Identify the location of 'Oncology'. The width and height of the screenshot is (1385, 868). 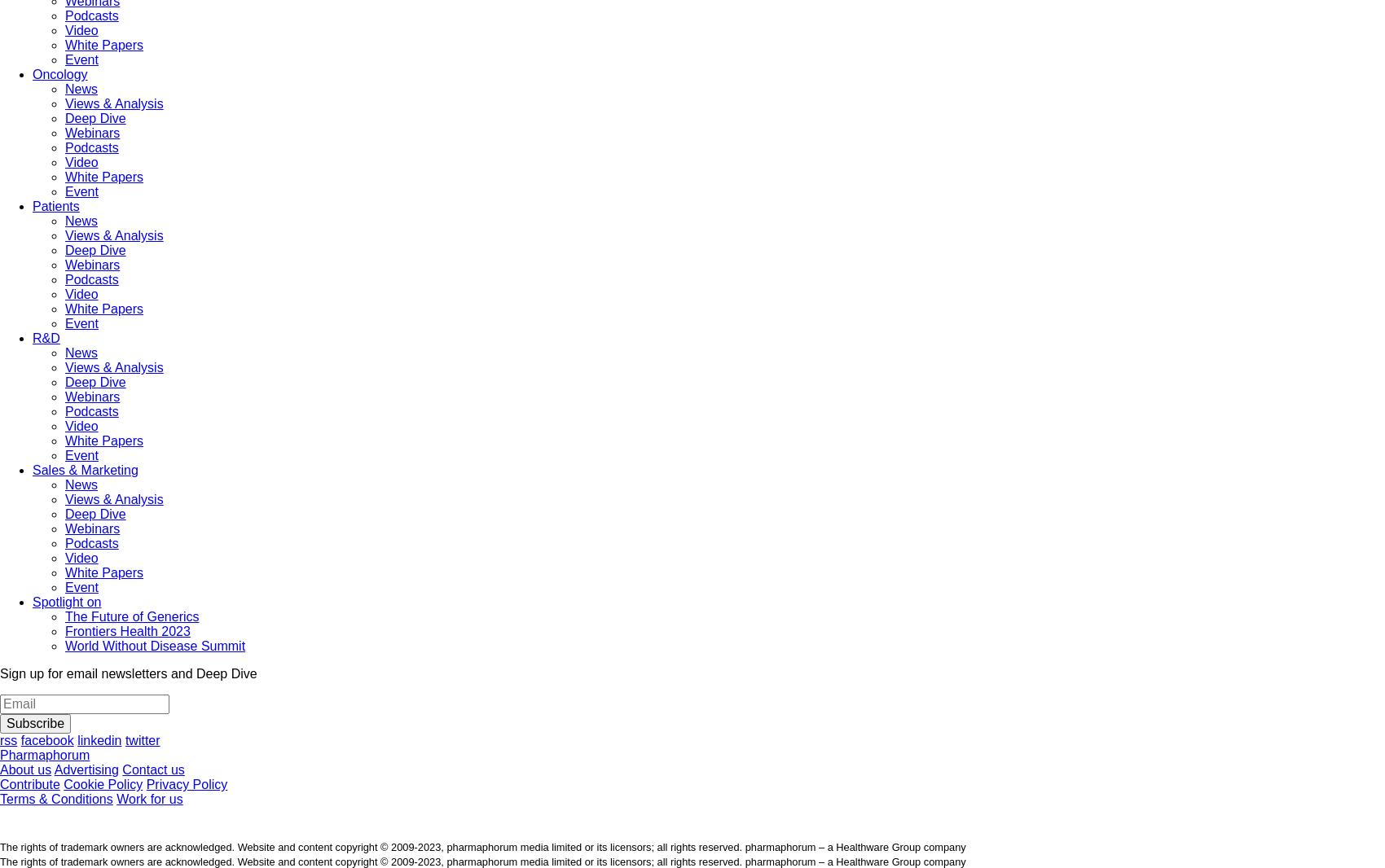
(59, 73).